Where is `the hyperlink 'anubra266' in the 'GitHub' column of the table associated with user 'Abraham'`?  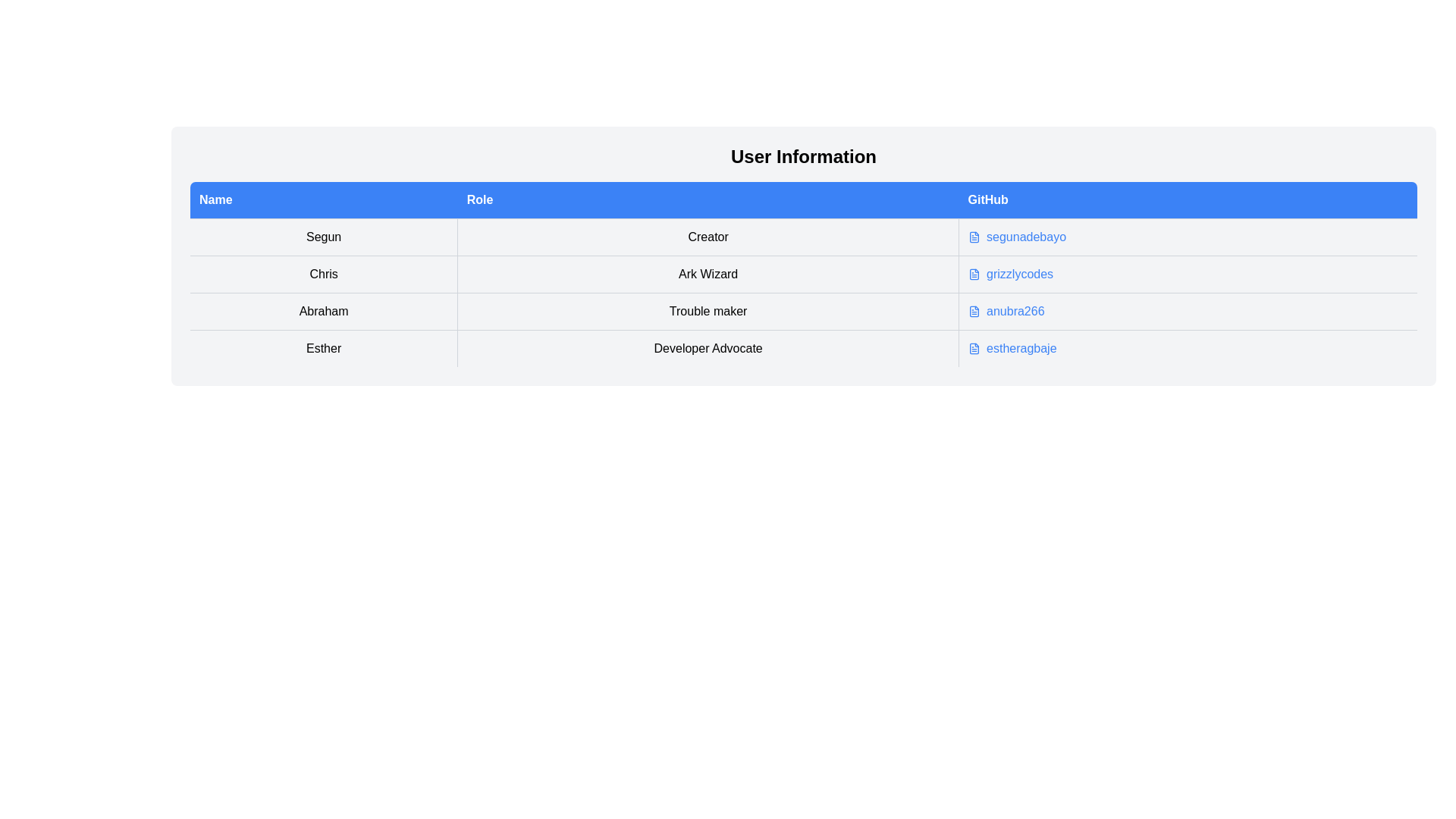 the hyperlink 'anubra266' in the 'GitHub' column of the table associated with user 'Abraham' is located at coordinates (1188, 311).